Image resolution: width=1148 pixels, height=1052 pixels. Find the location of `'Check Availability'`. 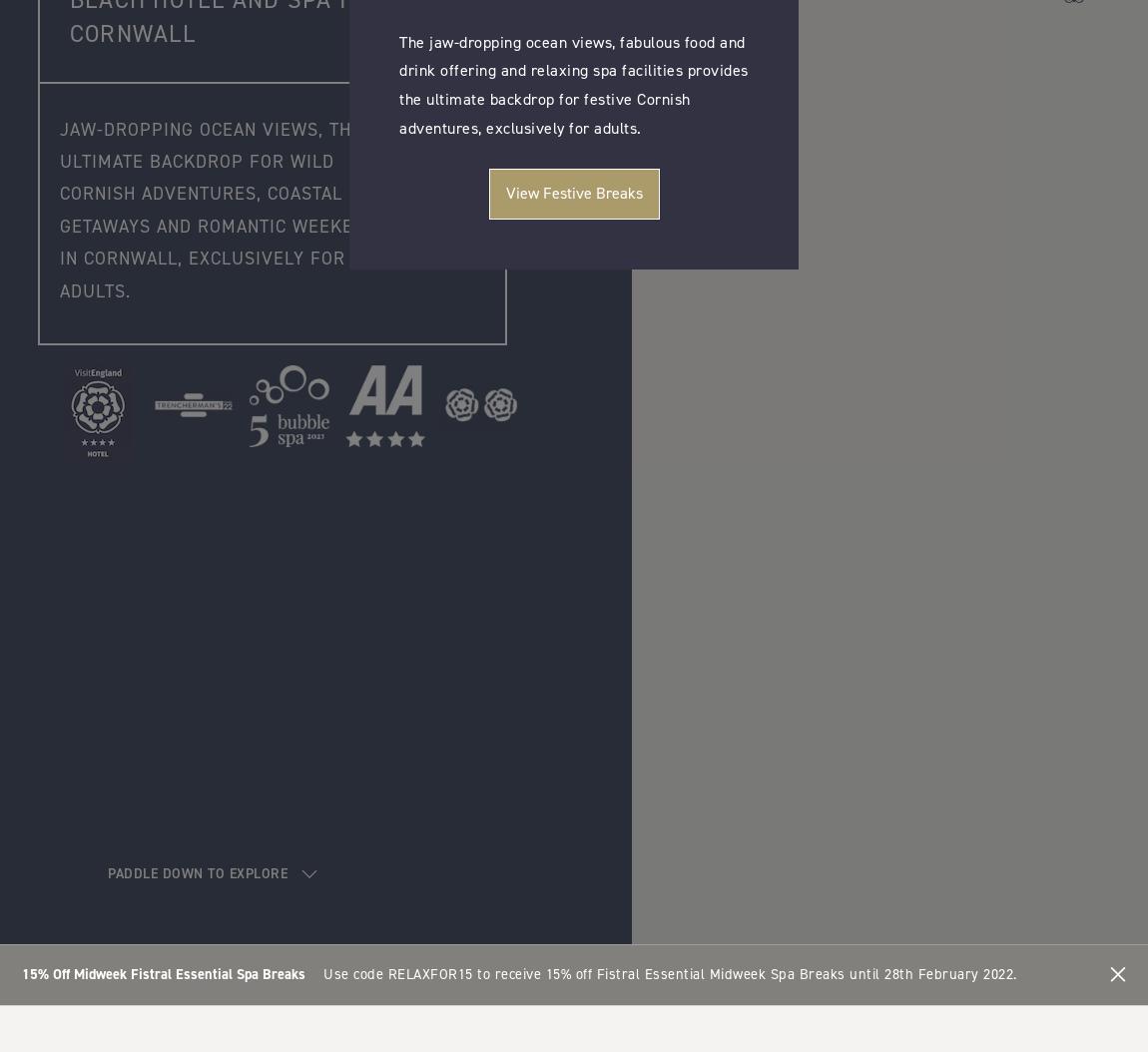

'Check Availability' is located at coordinates (573, 426).